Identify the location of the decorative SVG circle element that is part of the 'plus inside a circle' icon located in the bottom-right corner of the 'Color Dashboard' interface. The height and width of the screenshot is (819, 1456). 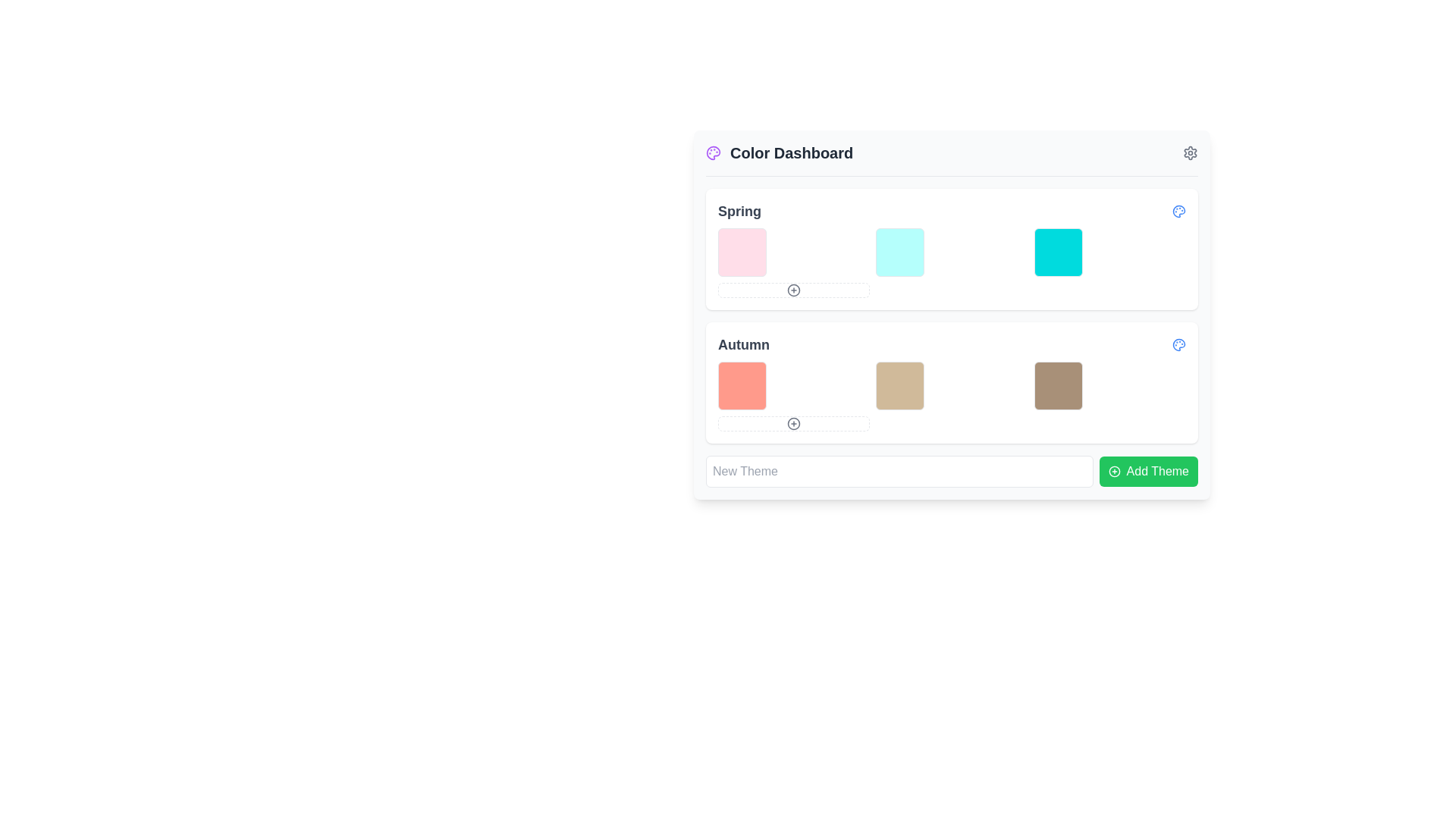
(1114, 470).